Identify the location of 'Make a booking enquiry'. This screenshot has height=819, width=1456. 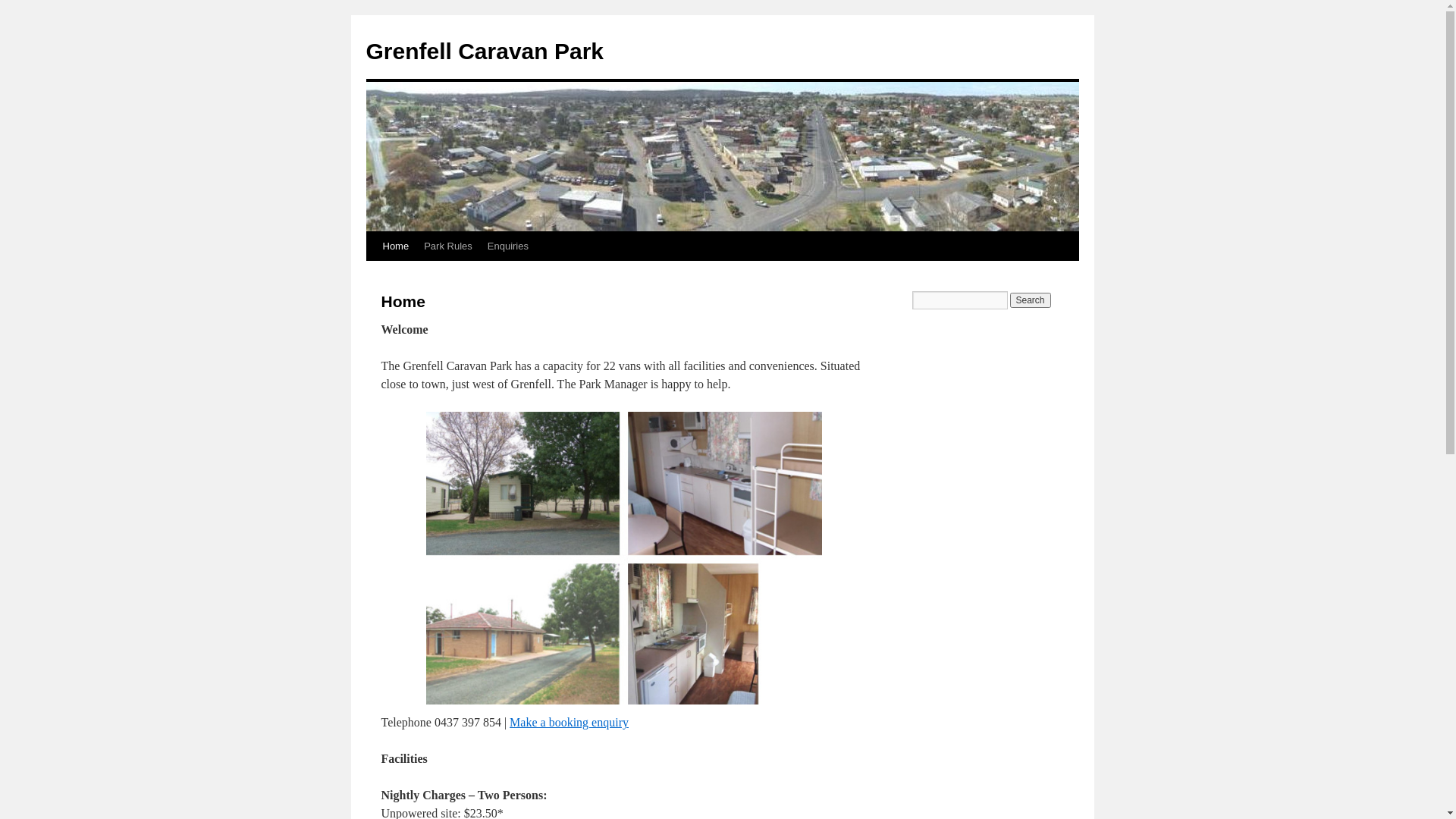
(568, 721).